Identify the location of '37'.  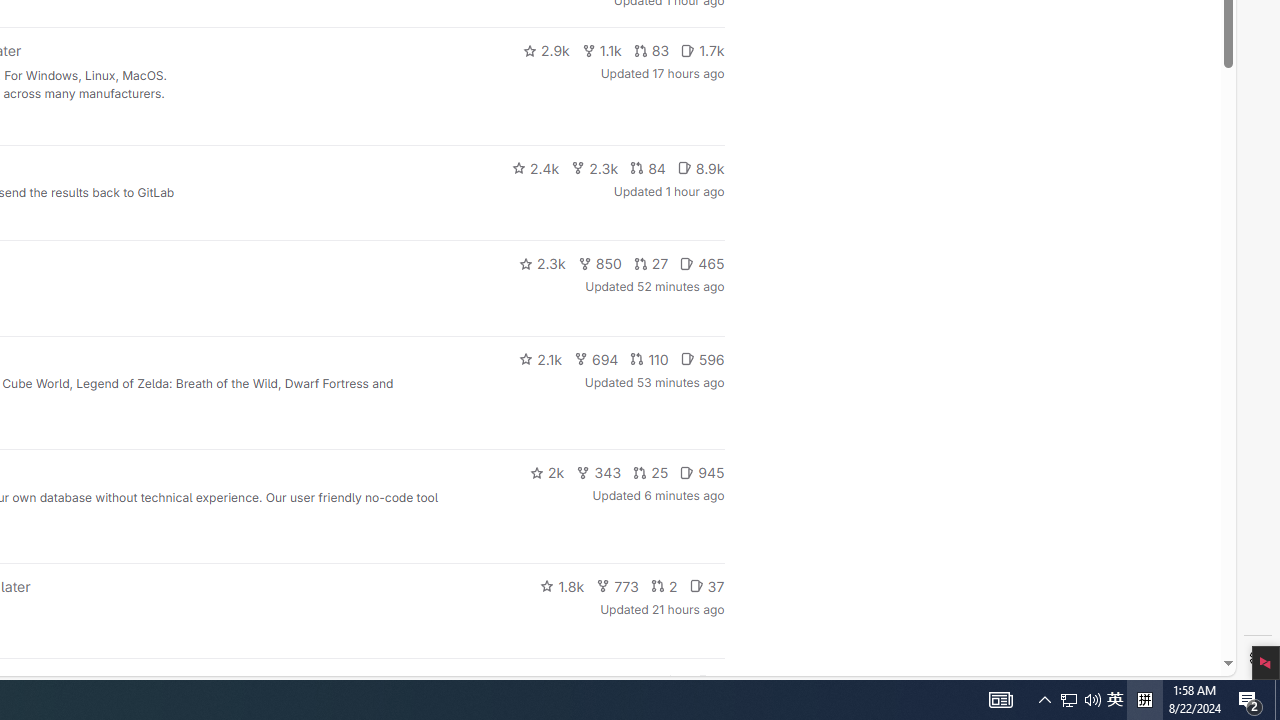
(706, 585).